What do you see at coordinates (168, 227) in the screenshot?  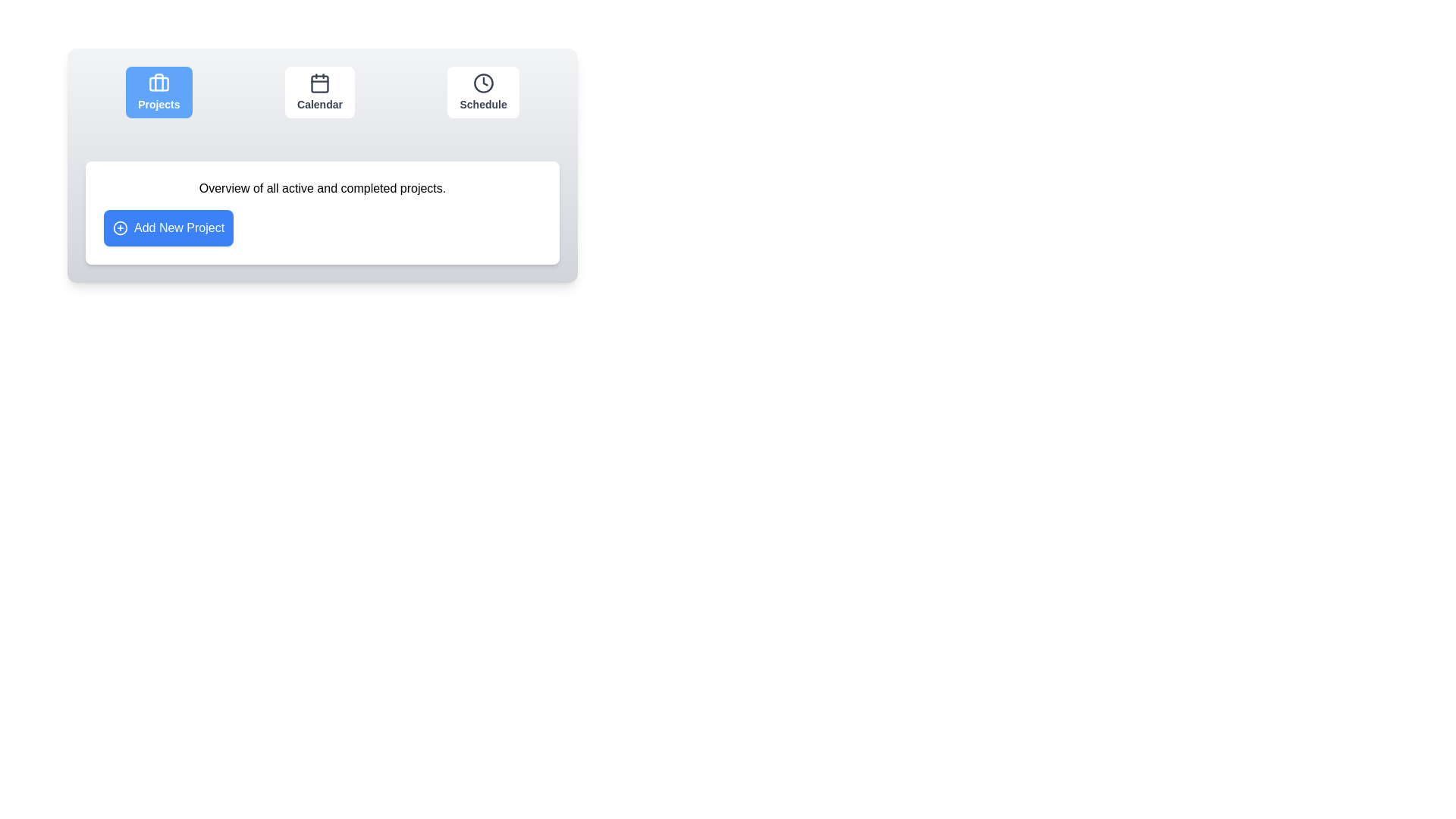 I see `'Add New Project' button to initiate a new project creation` at bounding box center [168, 227].